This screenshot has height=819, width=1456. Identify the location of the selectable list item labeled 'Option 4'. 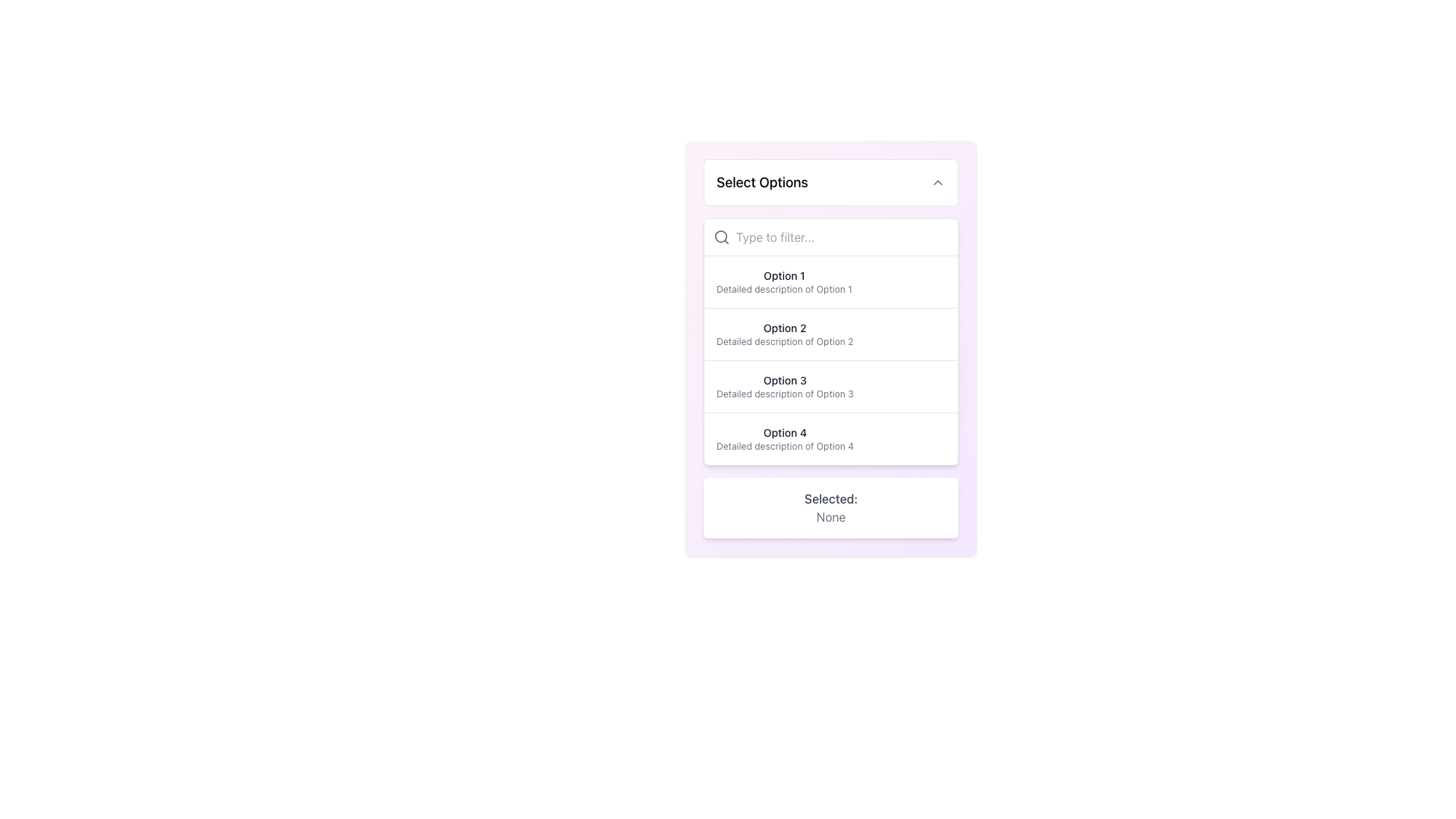
(785, 438).